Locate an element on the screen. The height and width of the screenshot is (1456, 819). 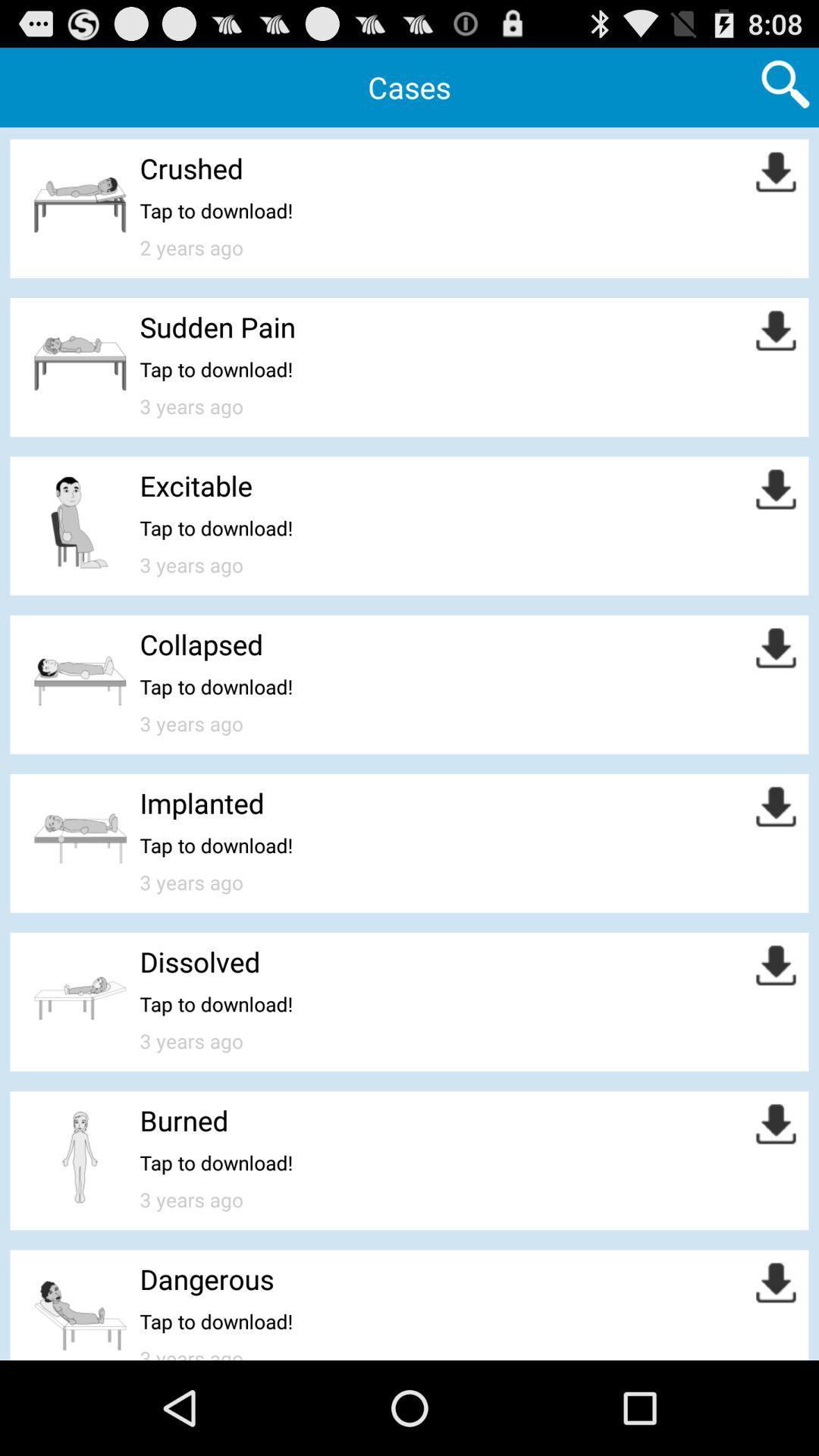
the icon above the tap to download! app is located at coordinates (199, 961).